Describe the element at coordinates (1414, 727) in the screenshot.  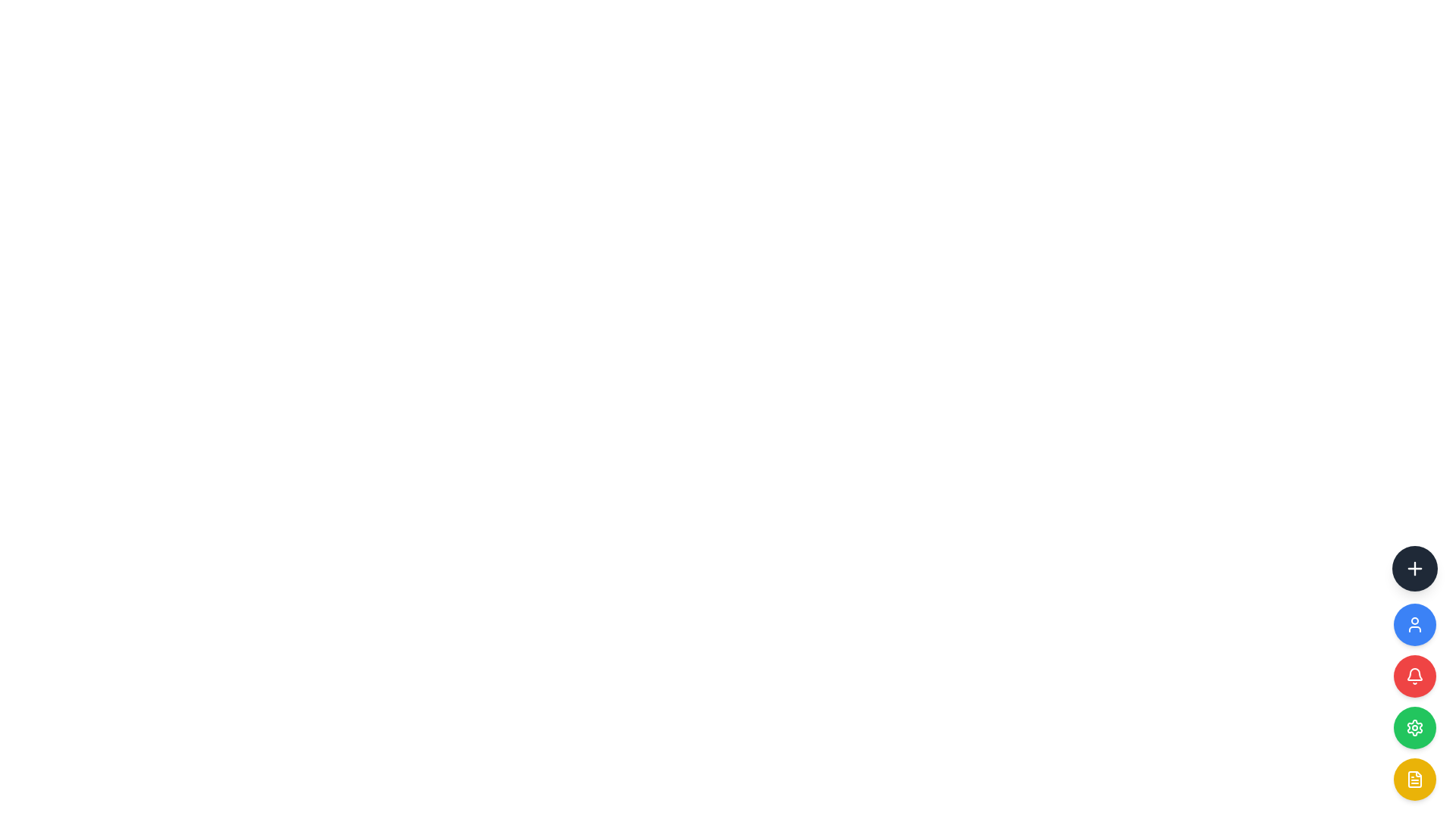
I see `the circular green button with a white gear icon` at that location.